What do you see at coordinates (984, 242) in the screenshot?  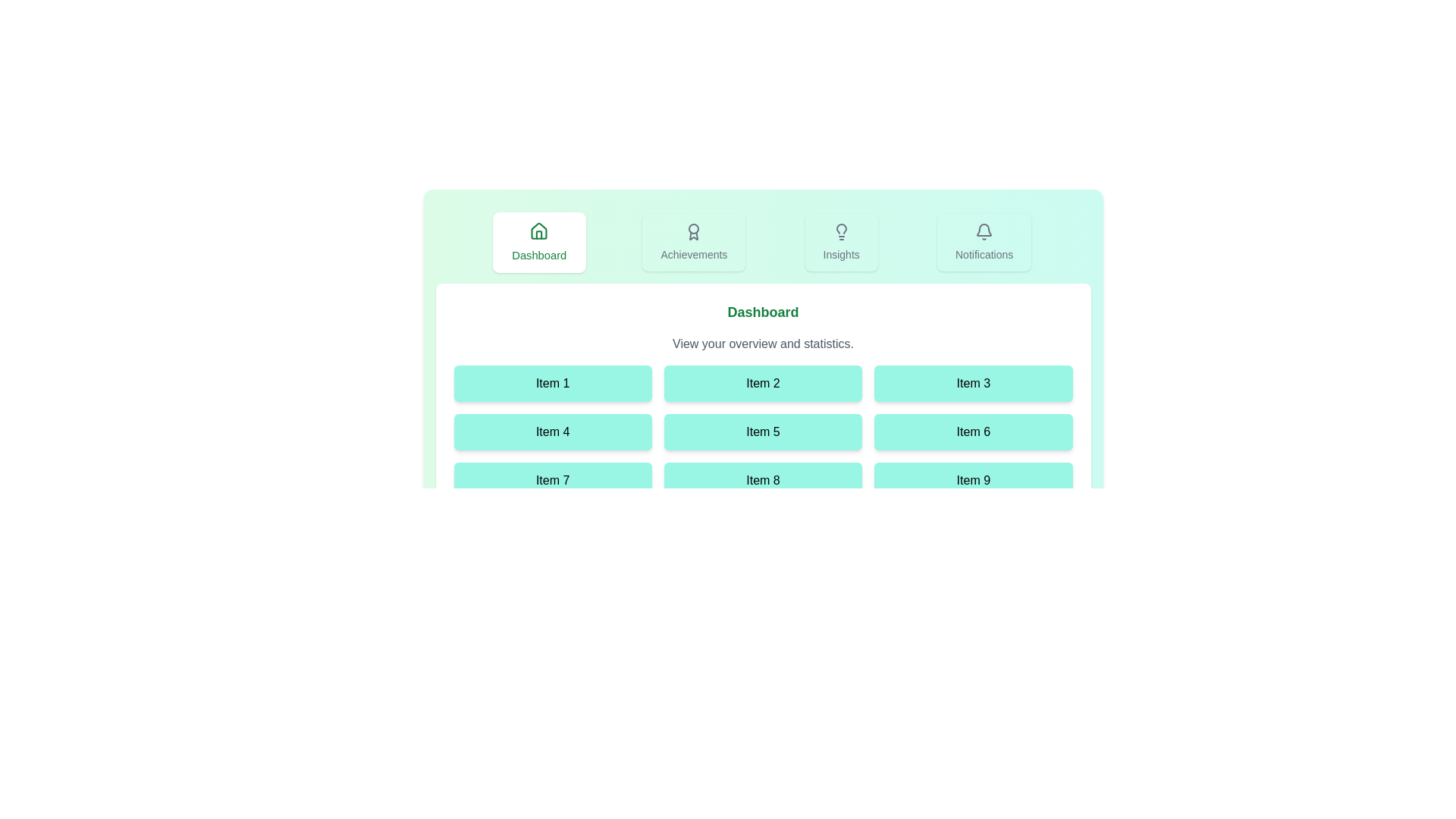 I see `the tab labeled Notifications` at bounding box center [984, 242].